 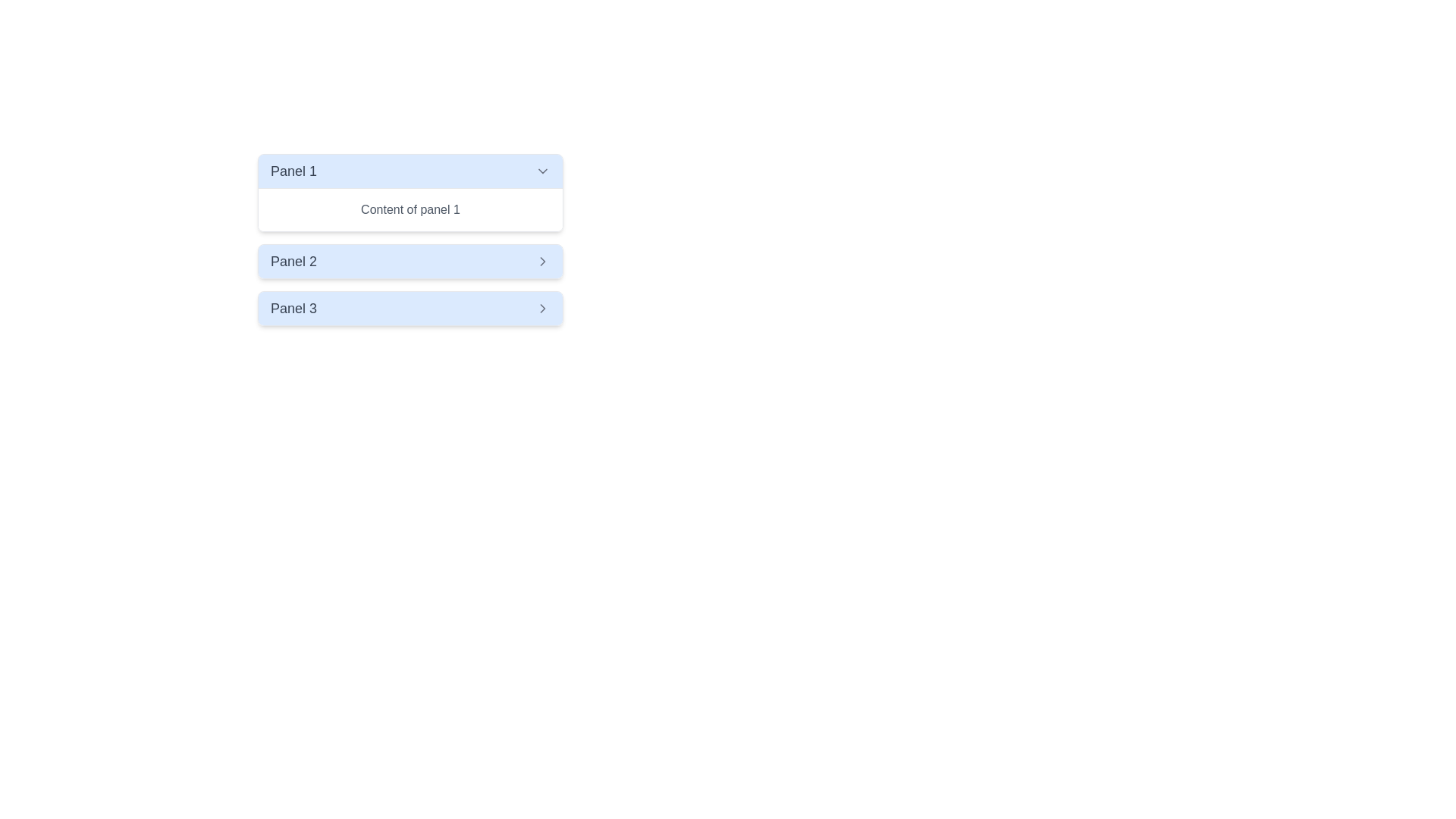 What do you see at coordinates (542, 171) in the screenshot?
I see `the toggle indicator icon located at the top-right corner of 'Panel 1'` at bounding box center [542, 171].